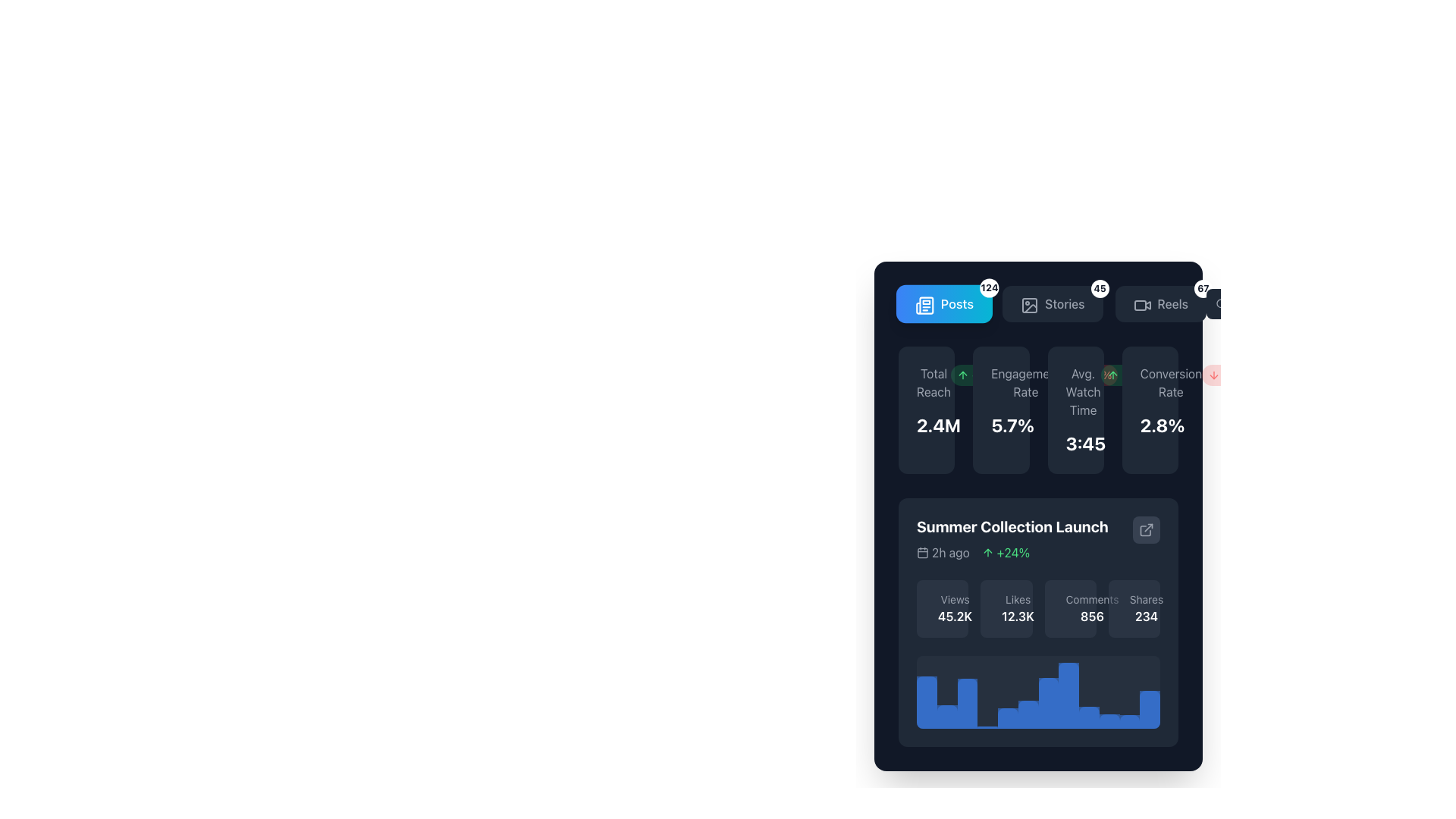 Image resolution: width=1456 pixels, height=819 pixels. Describe the element at coordinates (1051, 304) in the screenshot. I see `the button located at the top center of the interface, positioned between the 'Posts' and 'Reels' buttons` at that location.